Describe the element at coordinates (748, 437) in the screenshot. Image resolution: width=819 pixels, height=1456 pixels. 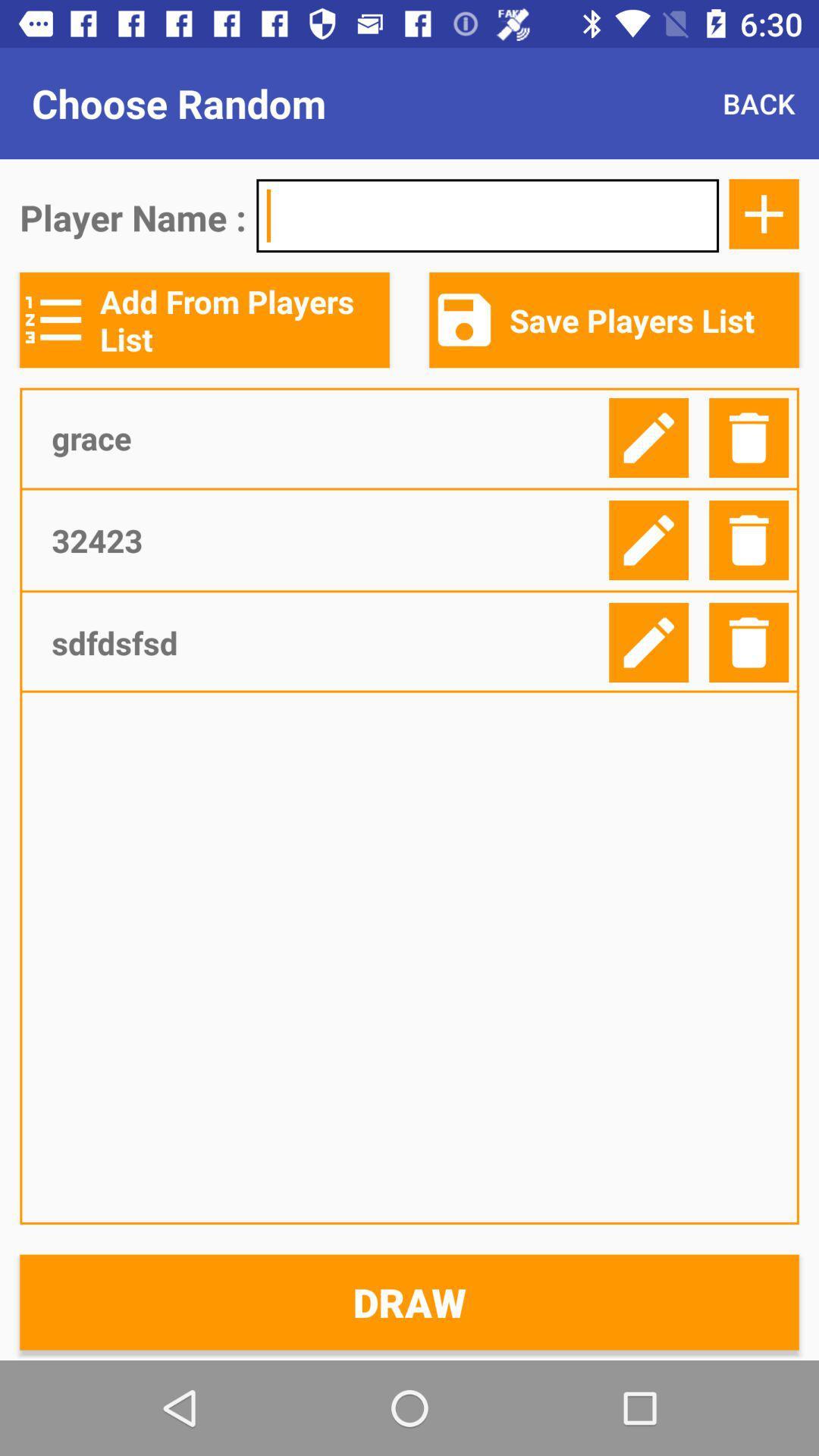
I see `delete` at that location.